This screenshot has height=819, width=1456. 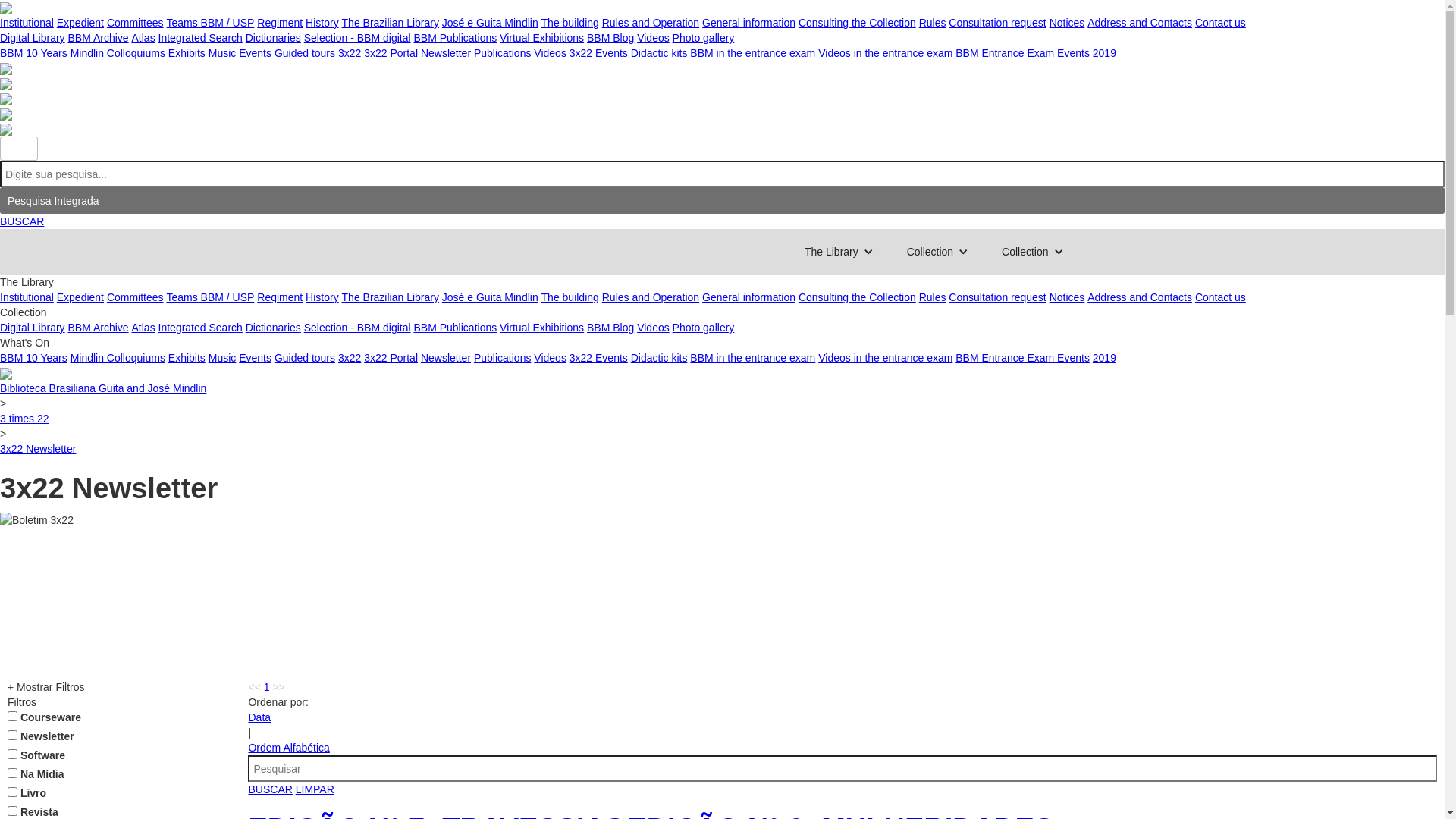 What do you see at coordinates (348, 357) in the screenshot?
I see `'3x22'` at bounding box center [348, 357].